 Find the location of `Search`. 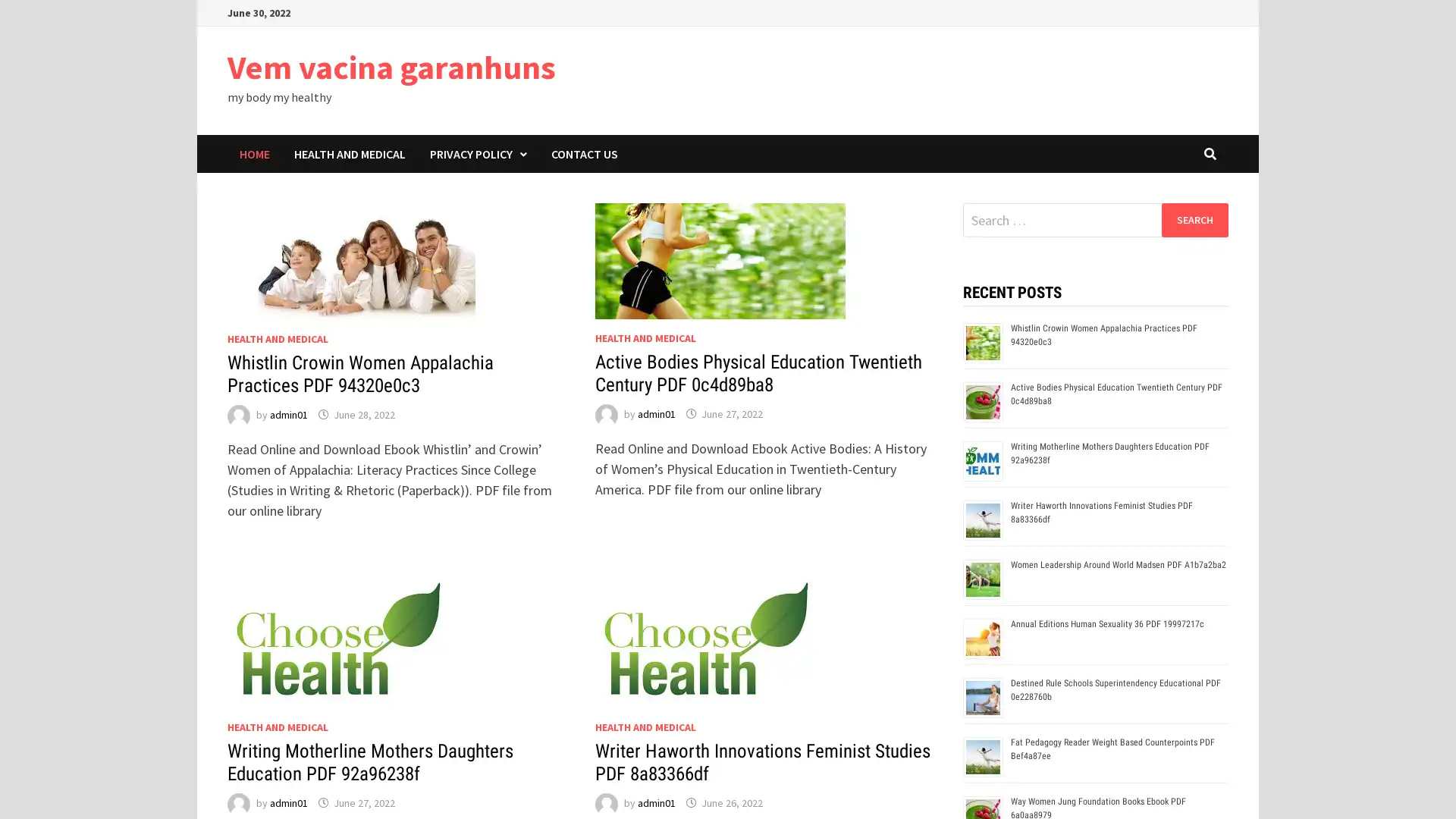

Search is located at coordinates (1194, 219).